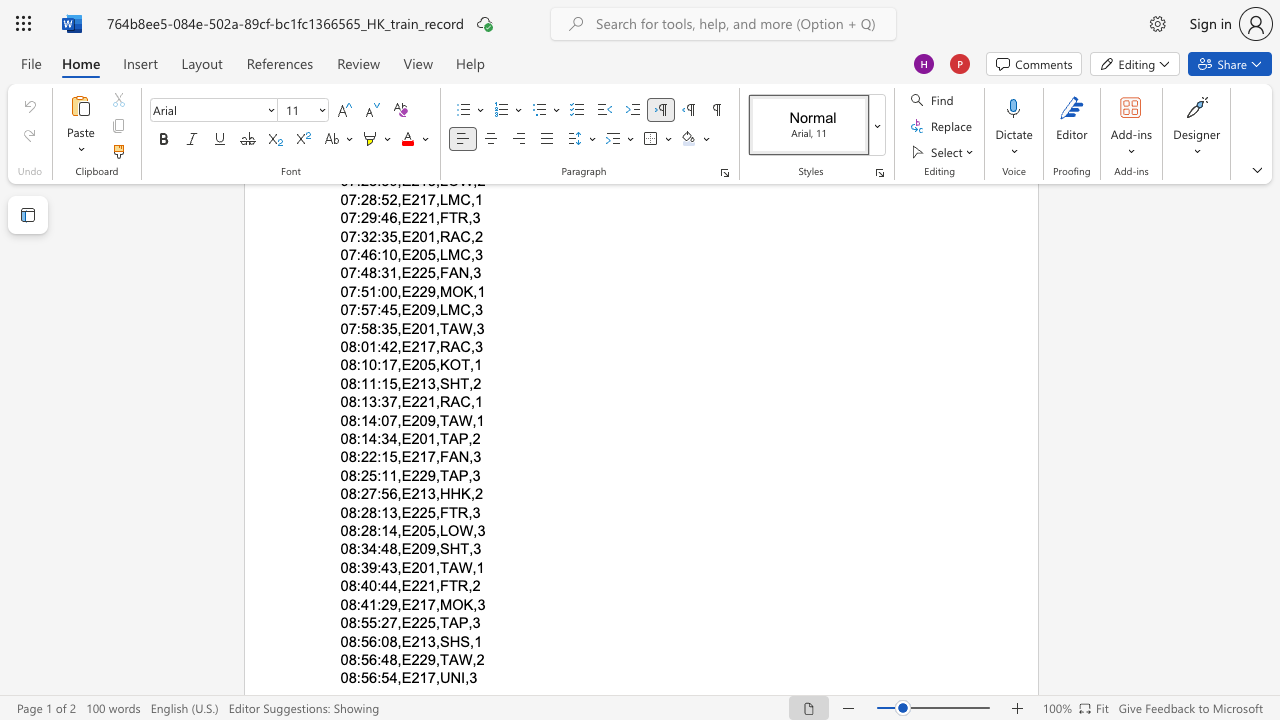  Describe the element at coordinates (348, 457) in the screenshot. I see `the subset text "8:22" within the text "08:22:15,E217,FAN,3"` at that location.